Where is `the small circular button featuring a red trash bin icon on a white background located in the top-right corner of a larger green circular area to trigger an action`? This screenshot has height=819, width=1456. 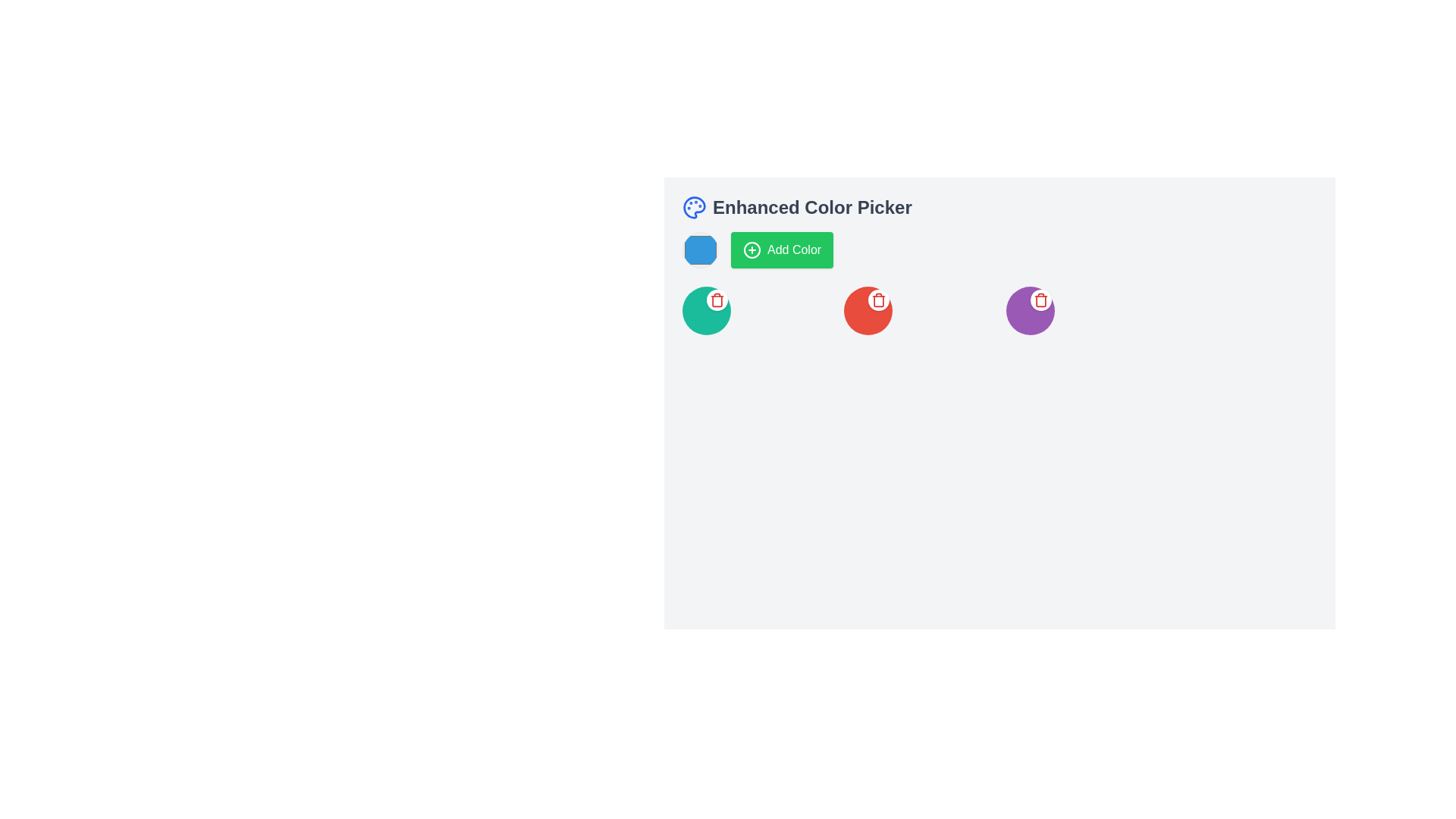 the small circular button featuring a red trash bin icon on a white background located in the top-right corner of a larger green circular area to trigger an action is located at coordinates (716, 300).